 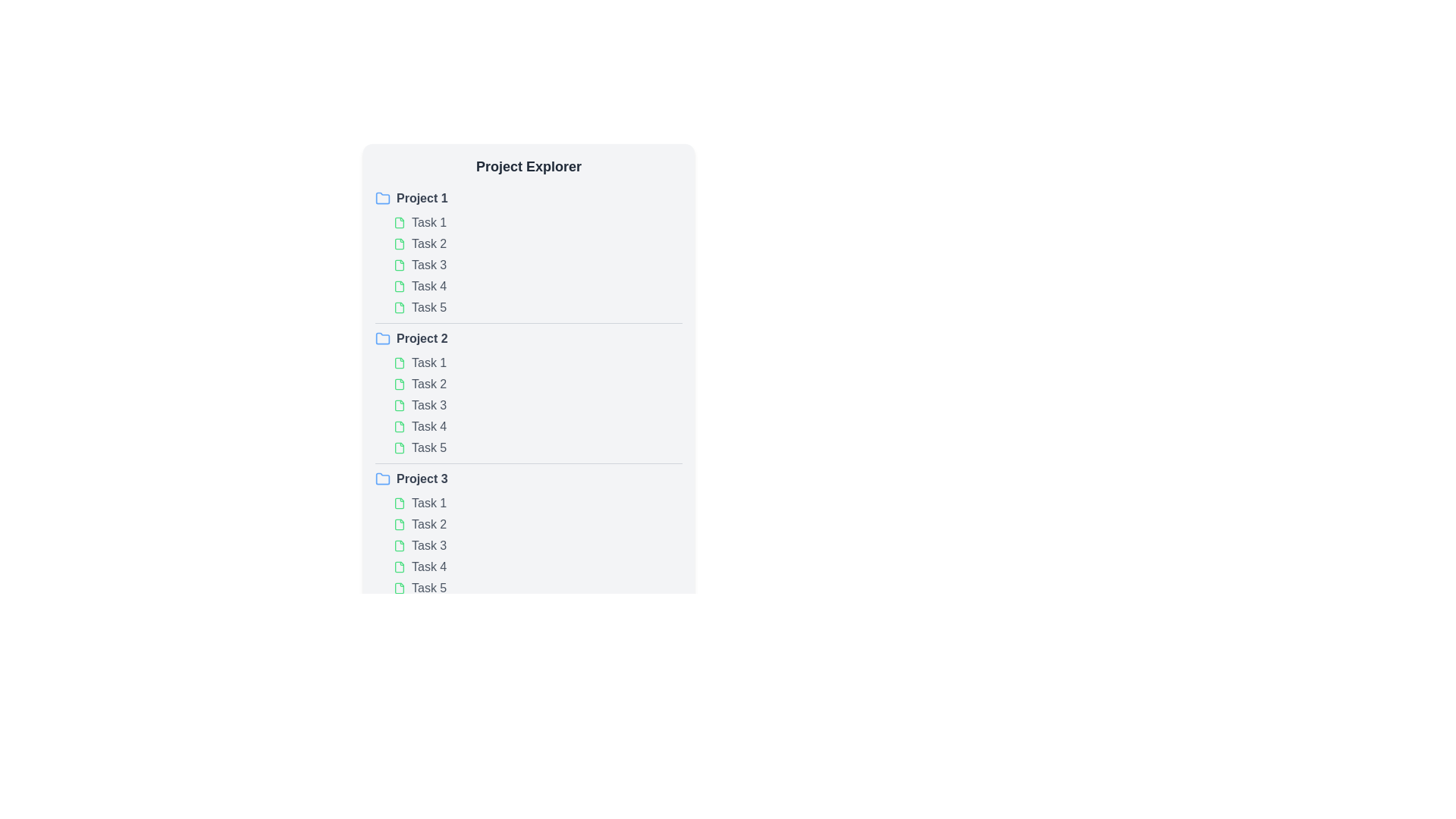 I want to click on the green document icon representing 'Task 1' in 'Project 3' to interact with it, so click(x=400, y=503).